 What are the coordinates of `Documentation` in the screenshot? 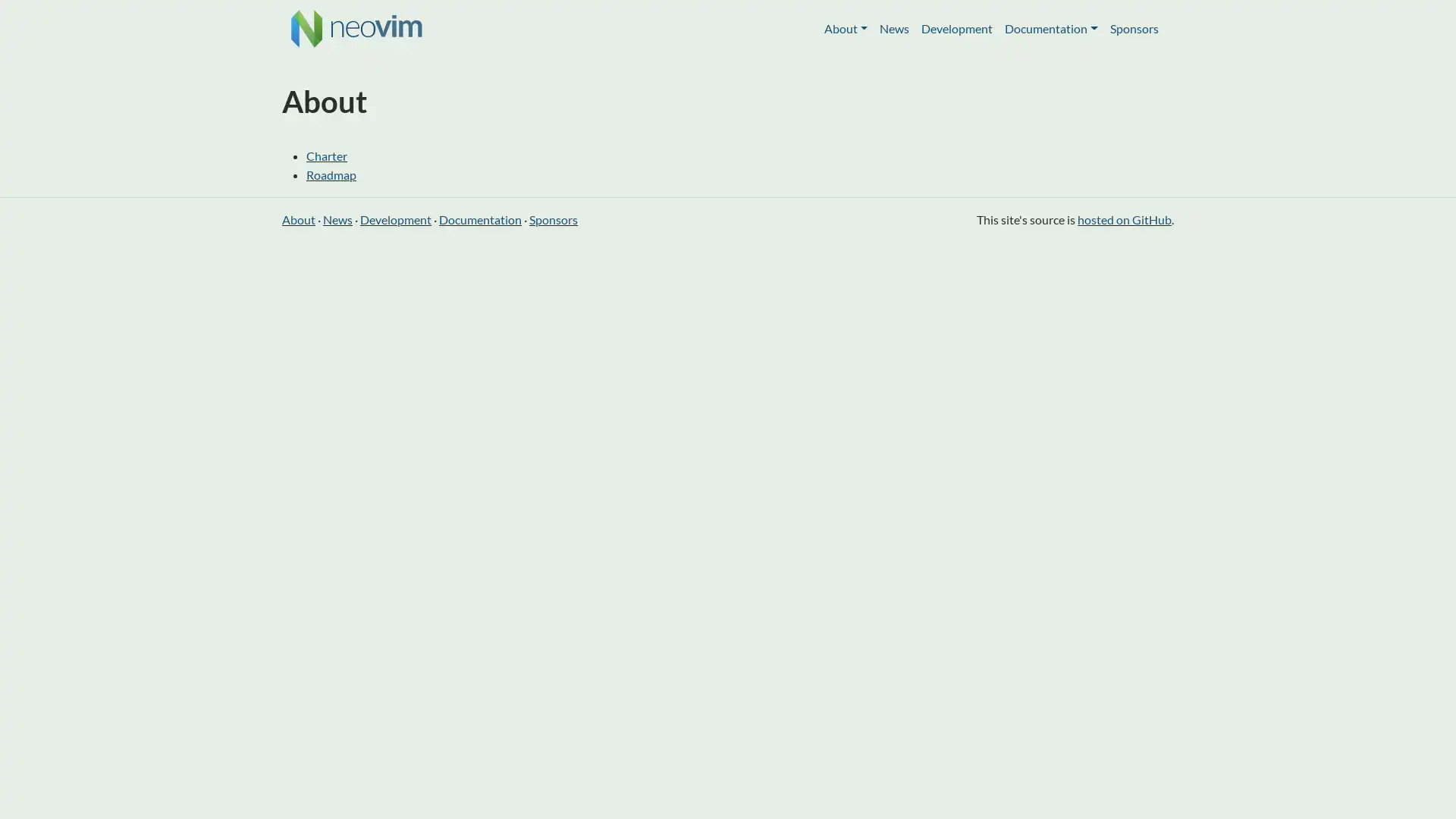 It's located at (1050, 28).